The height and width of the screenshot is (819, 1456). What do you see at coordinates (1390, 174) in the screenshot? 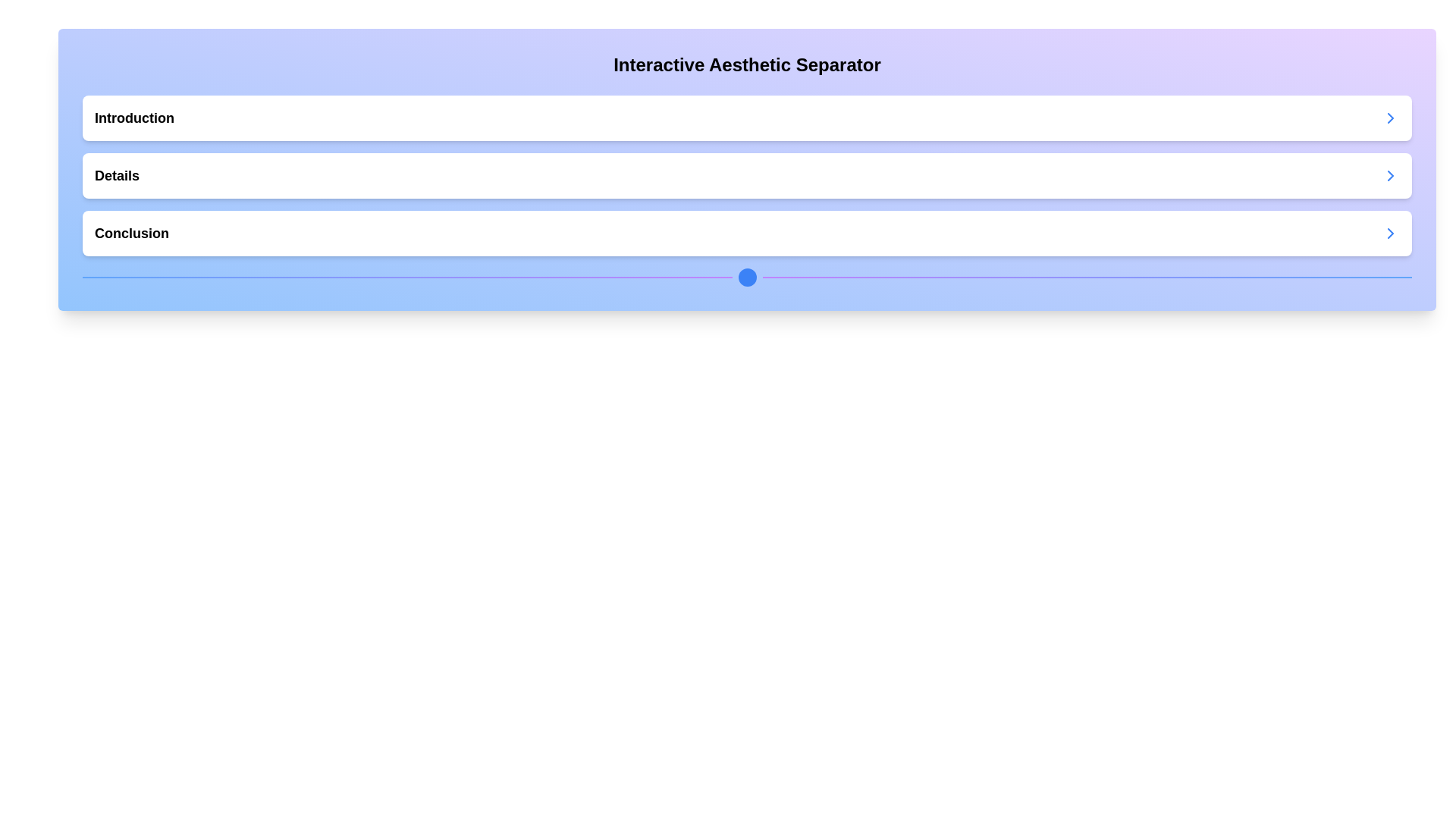
I see `the blue chevron indicator that points right, located next to the 'Details' label` at bounding box center [1390, 174].